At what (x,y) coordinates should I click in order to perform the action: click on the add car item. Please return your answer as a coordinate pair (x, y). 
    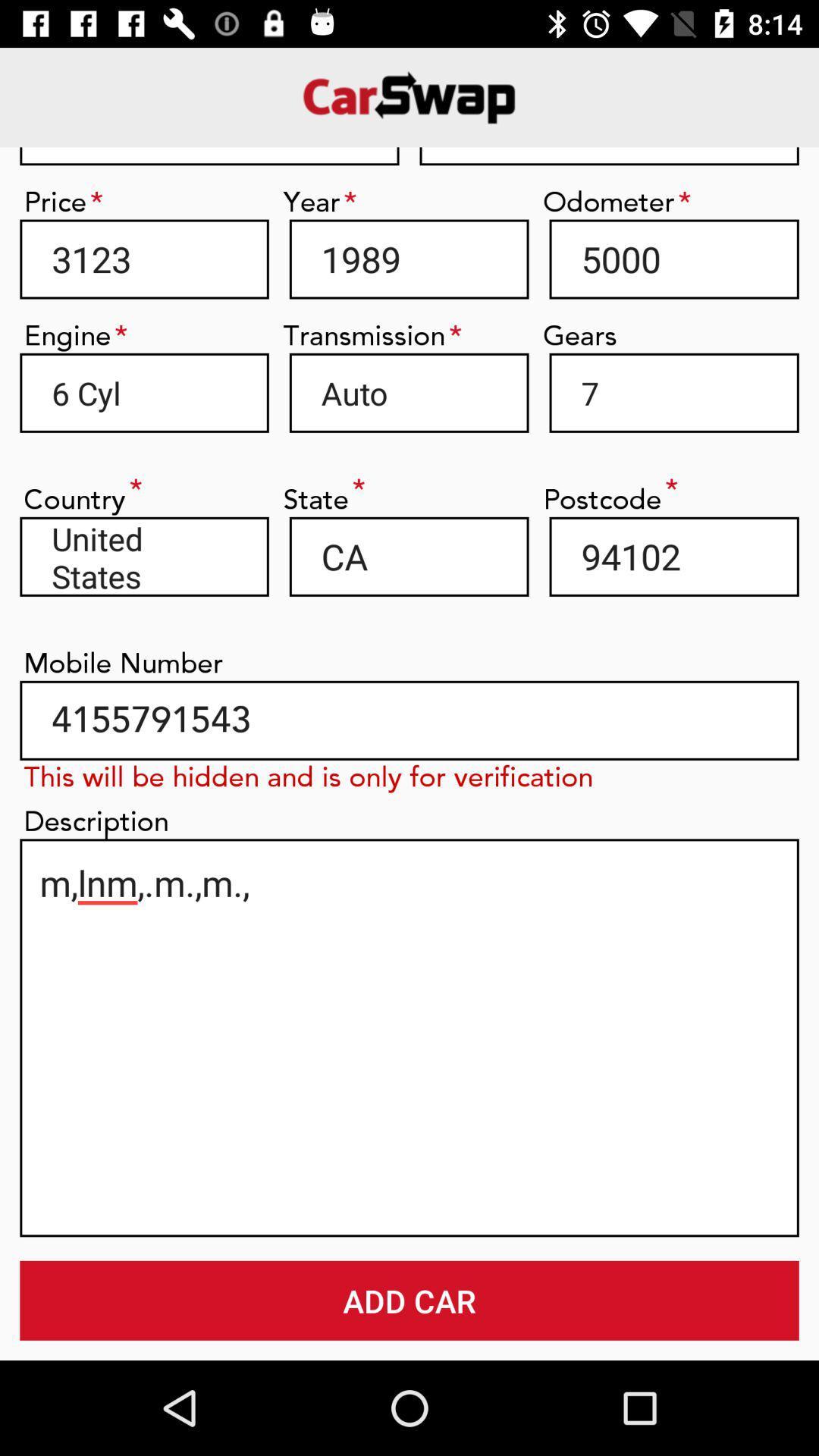
    Looking at the image, I should click on (409, 1300).